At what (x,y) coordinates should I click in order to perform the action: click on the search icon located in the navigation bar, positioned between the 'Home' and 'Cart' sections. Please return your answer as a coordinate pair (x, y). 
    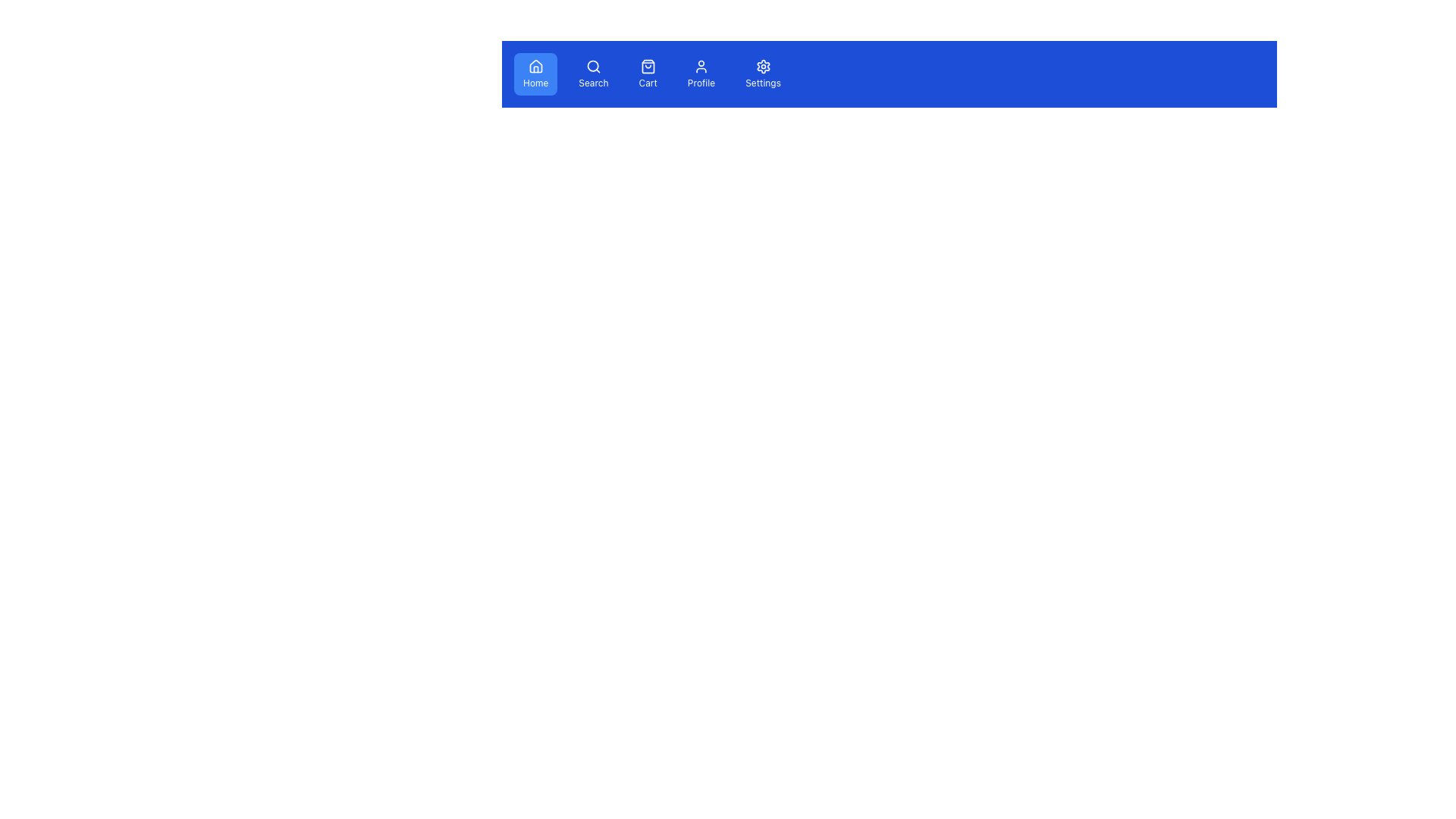
    Looking at the image, I should click on (592, 66).